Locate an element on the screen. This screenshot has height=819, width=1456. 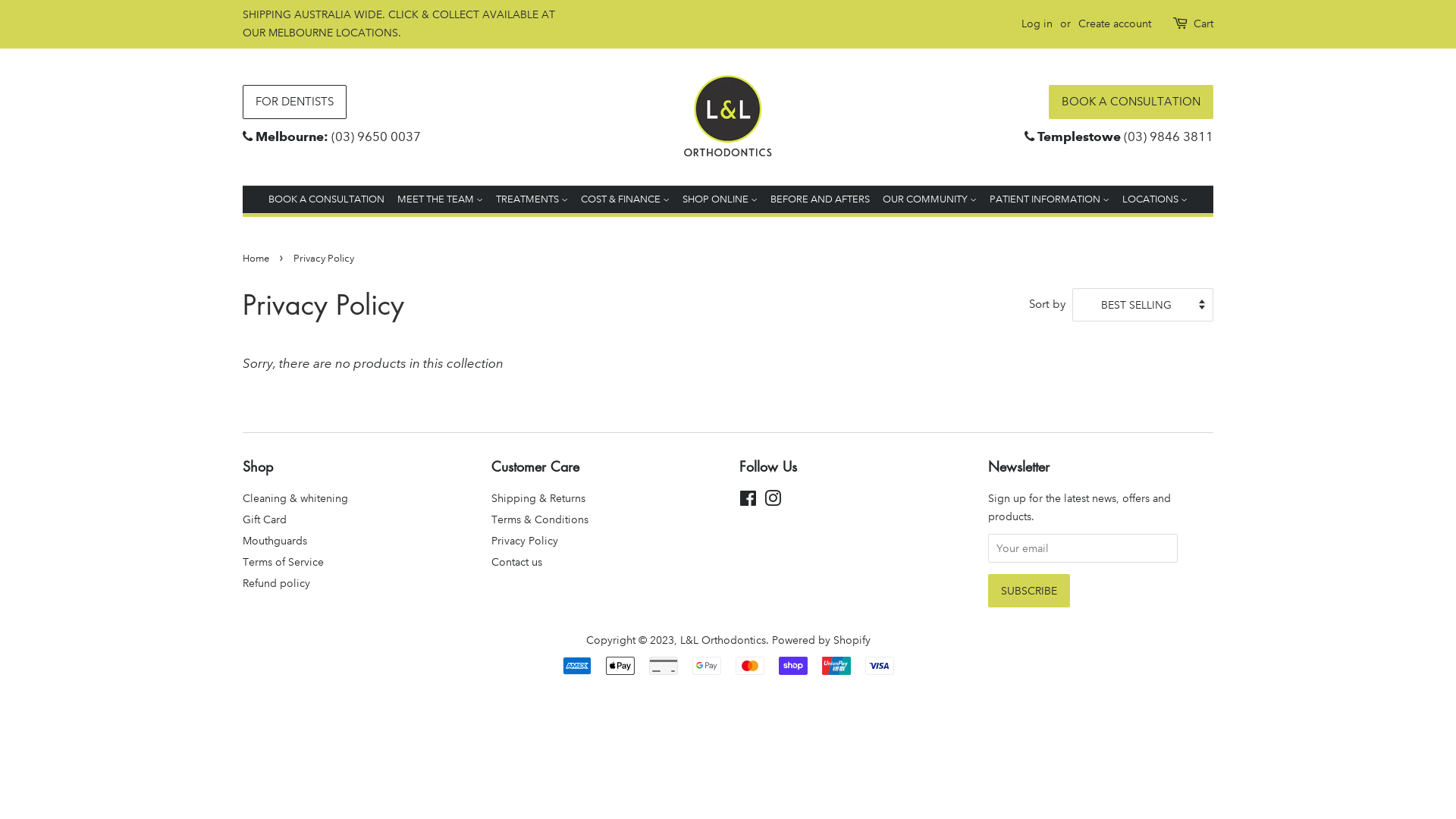
'MEET THE TEAM' is located at coordinates (439, 199).